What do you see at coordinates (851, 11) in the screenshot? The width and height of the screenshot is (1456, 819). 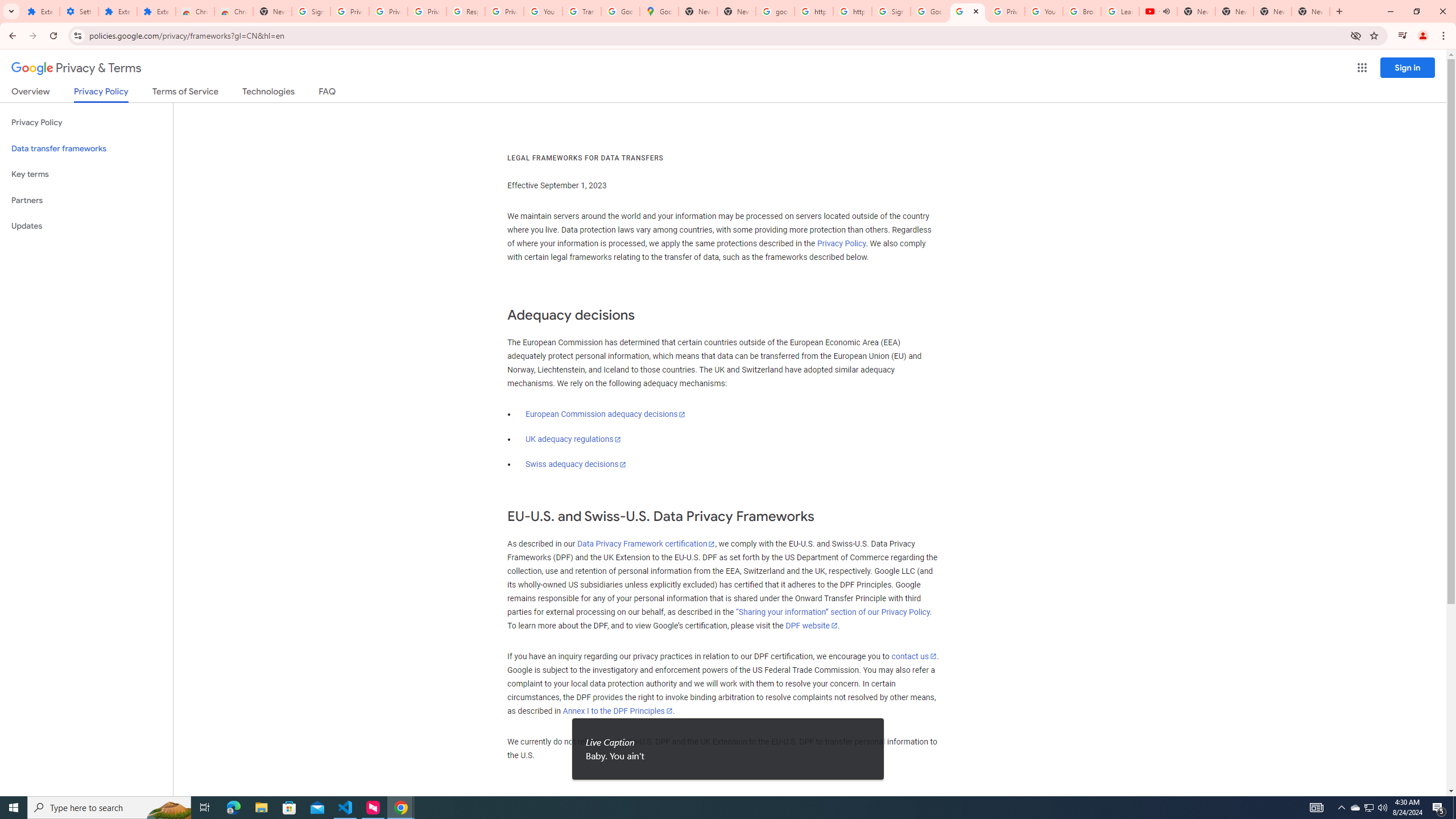 I see `'https://scholar.google.com/'` at bounding box center [851, 11].